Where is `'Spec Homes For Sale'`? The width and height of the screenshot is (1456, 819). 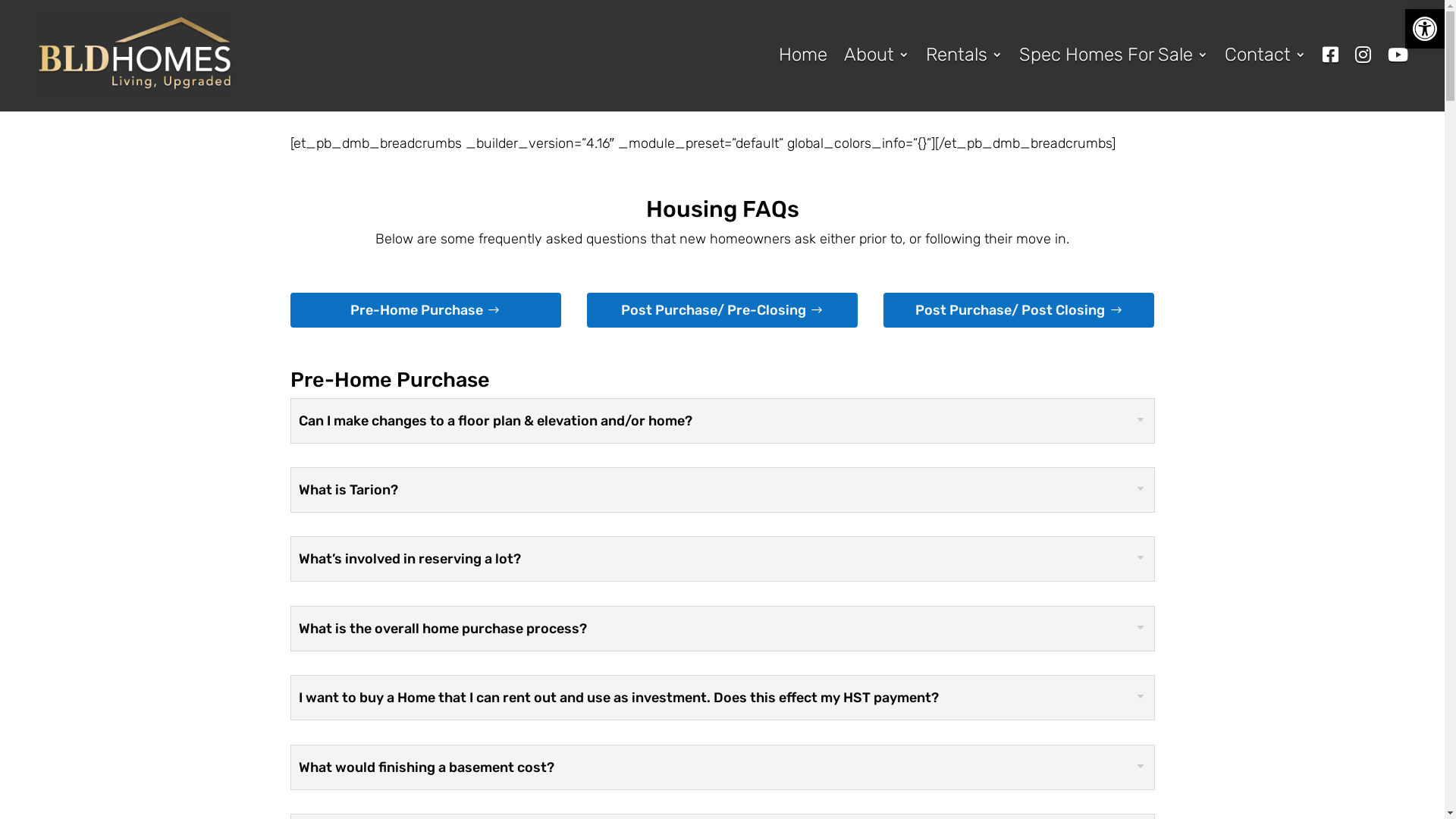
'Spec Homes For Sale' is located at coordinates (1113, 54).